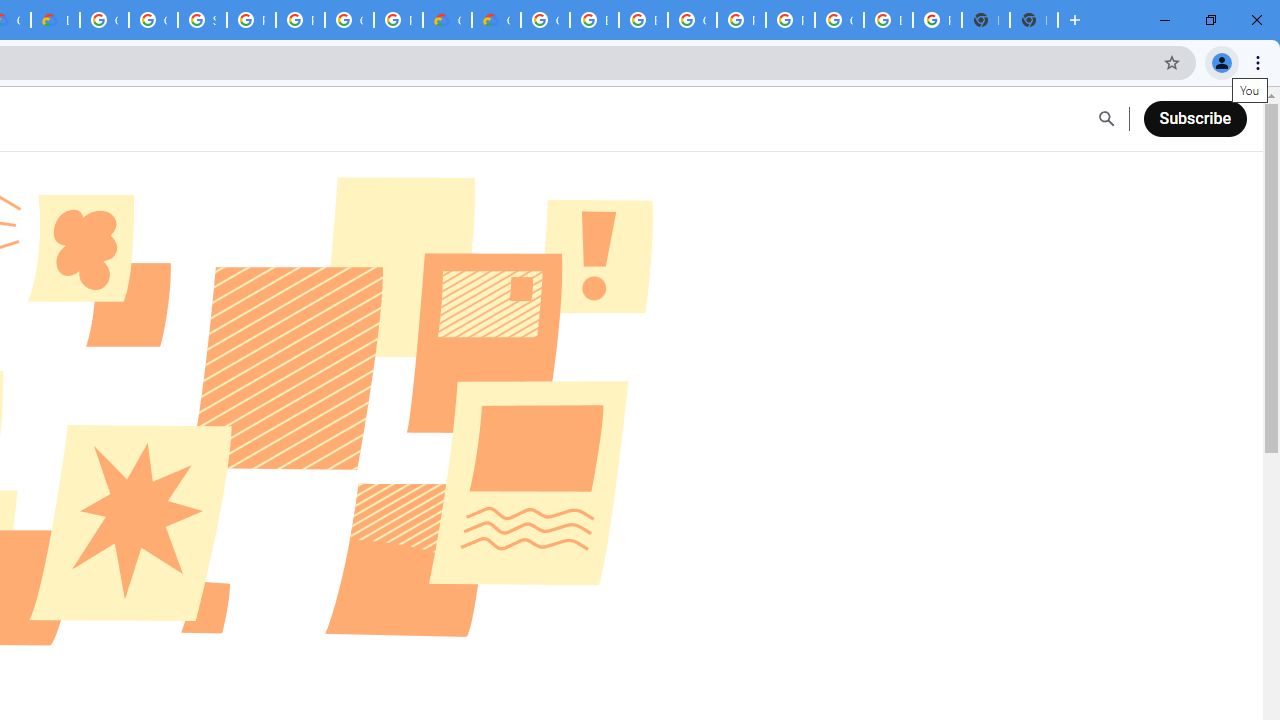  I want to click on 'Google Cloud Platform', so click(545, 20).